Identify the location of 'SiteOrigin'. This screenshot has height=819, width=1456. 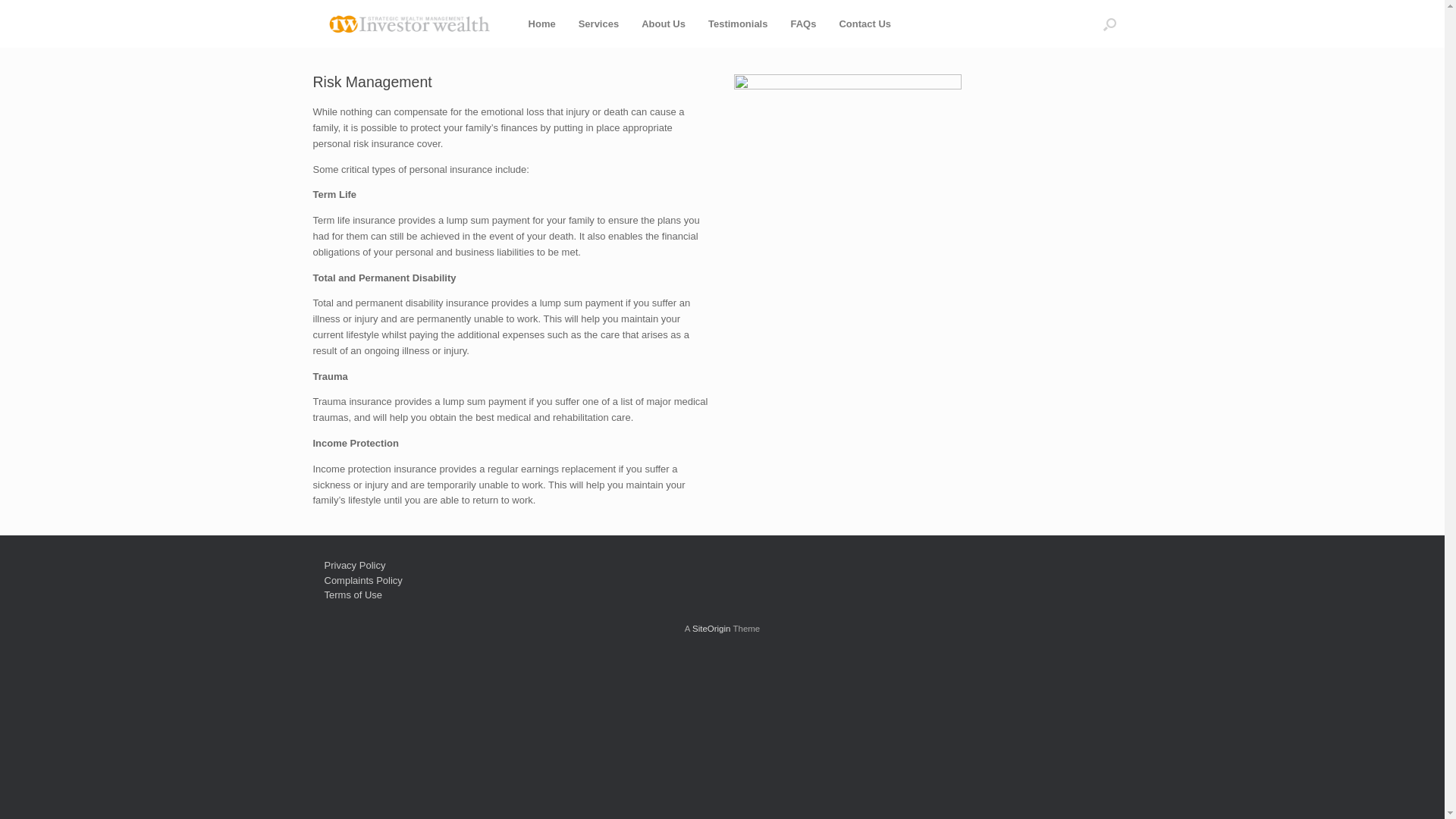
(711, 629).